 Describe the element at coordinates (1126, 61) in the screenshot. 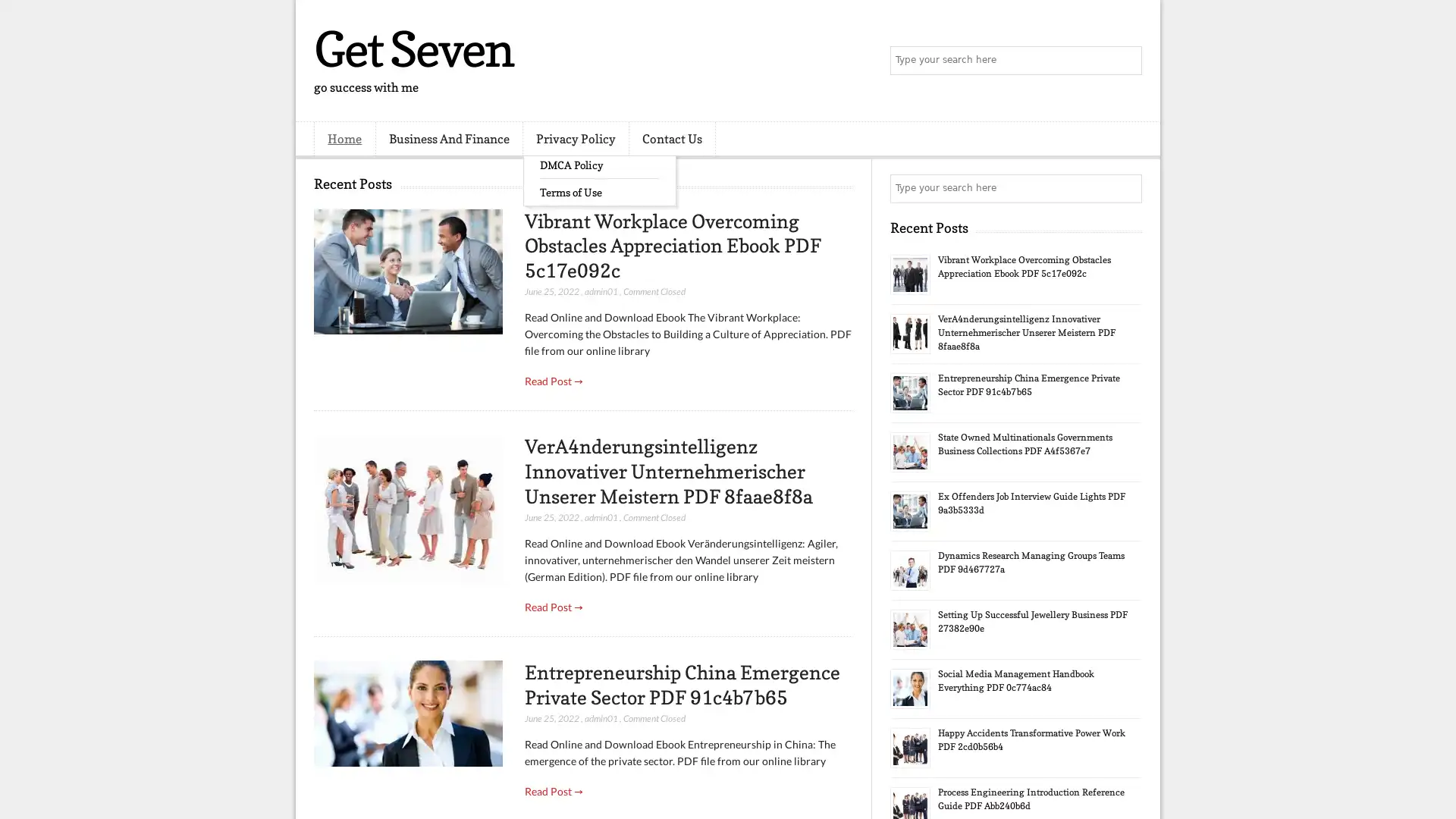

I see `Search` at that location.